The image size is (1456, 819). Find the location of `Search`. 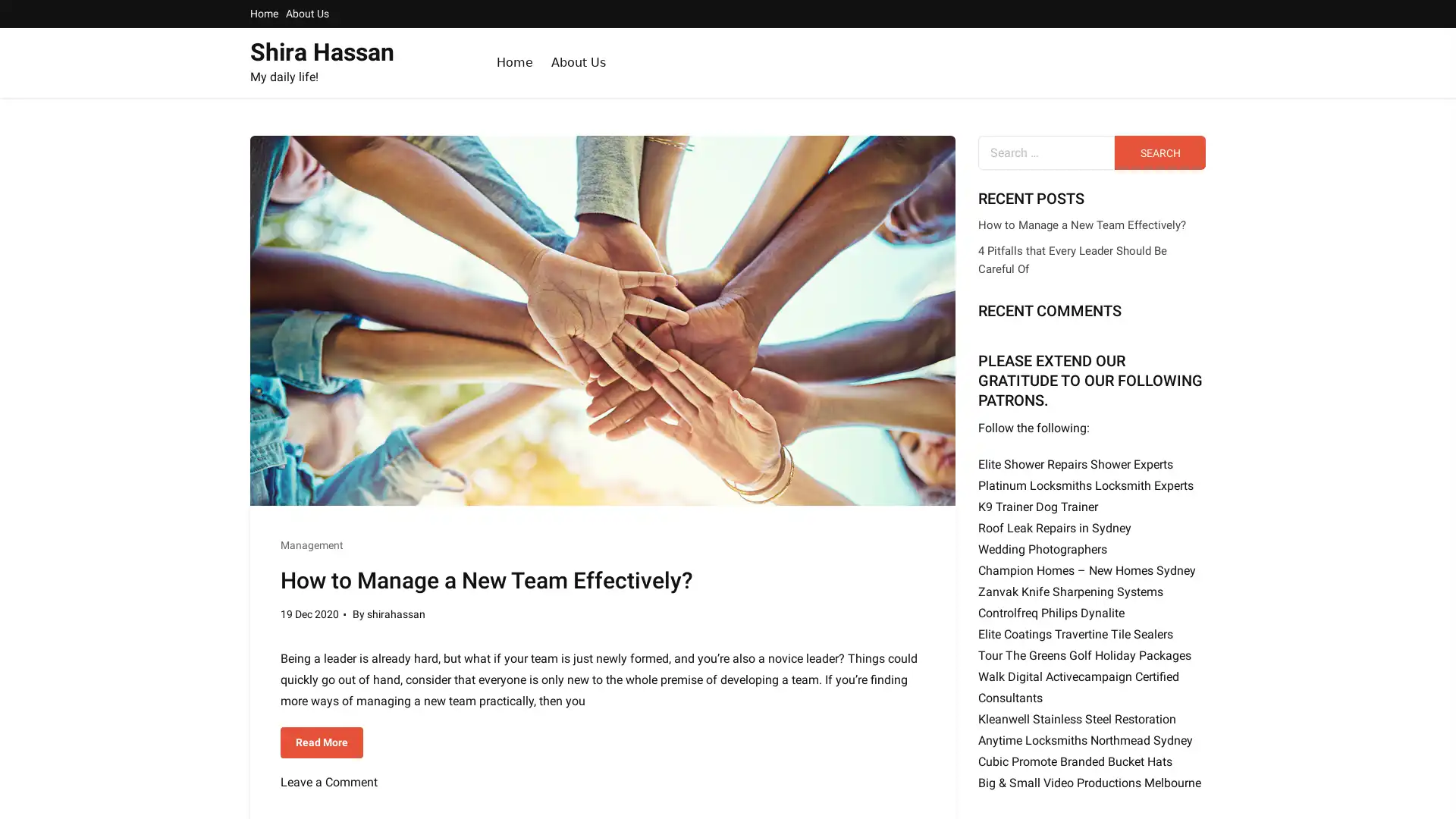

Search is located at coordinates (1159, 152).